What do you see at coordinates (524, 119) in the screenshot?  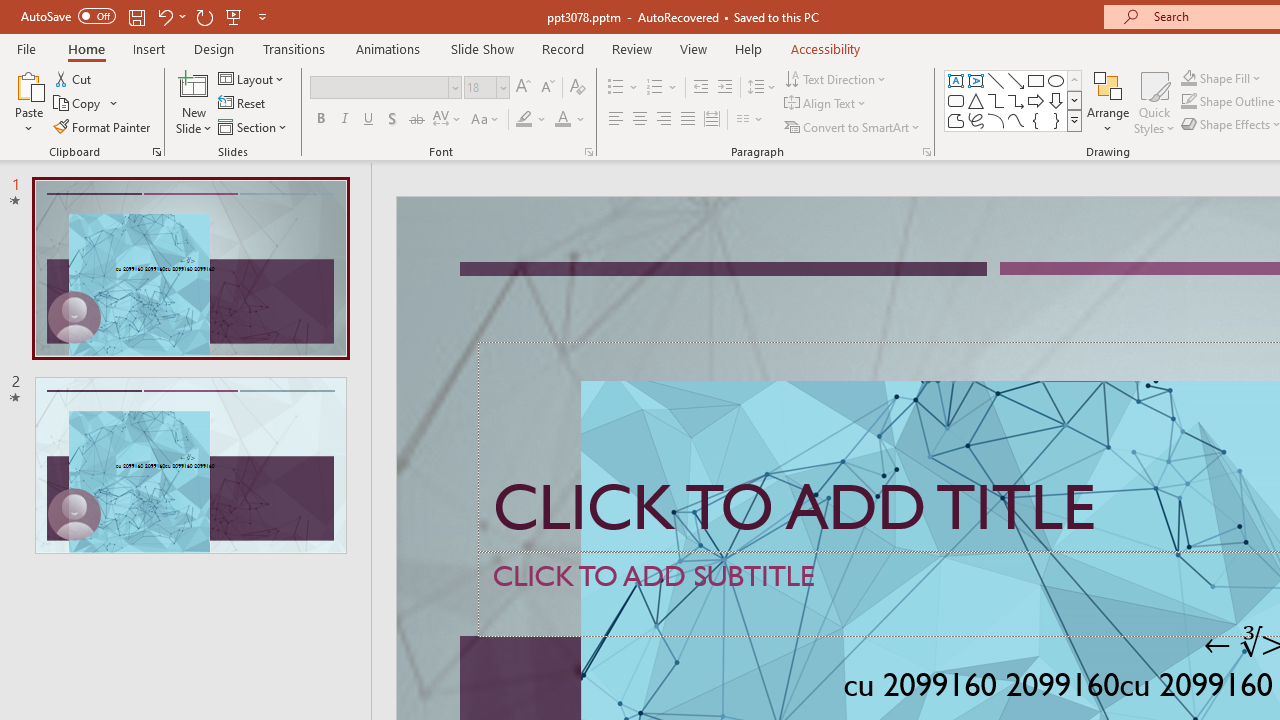 I see `'Text Highlight Color Yellow'` at bounding box center [524, 119].